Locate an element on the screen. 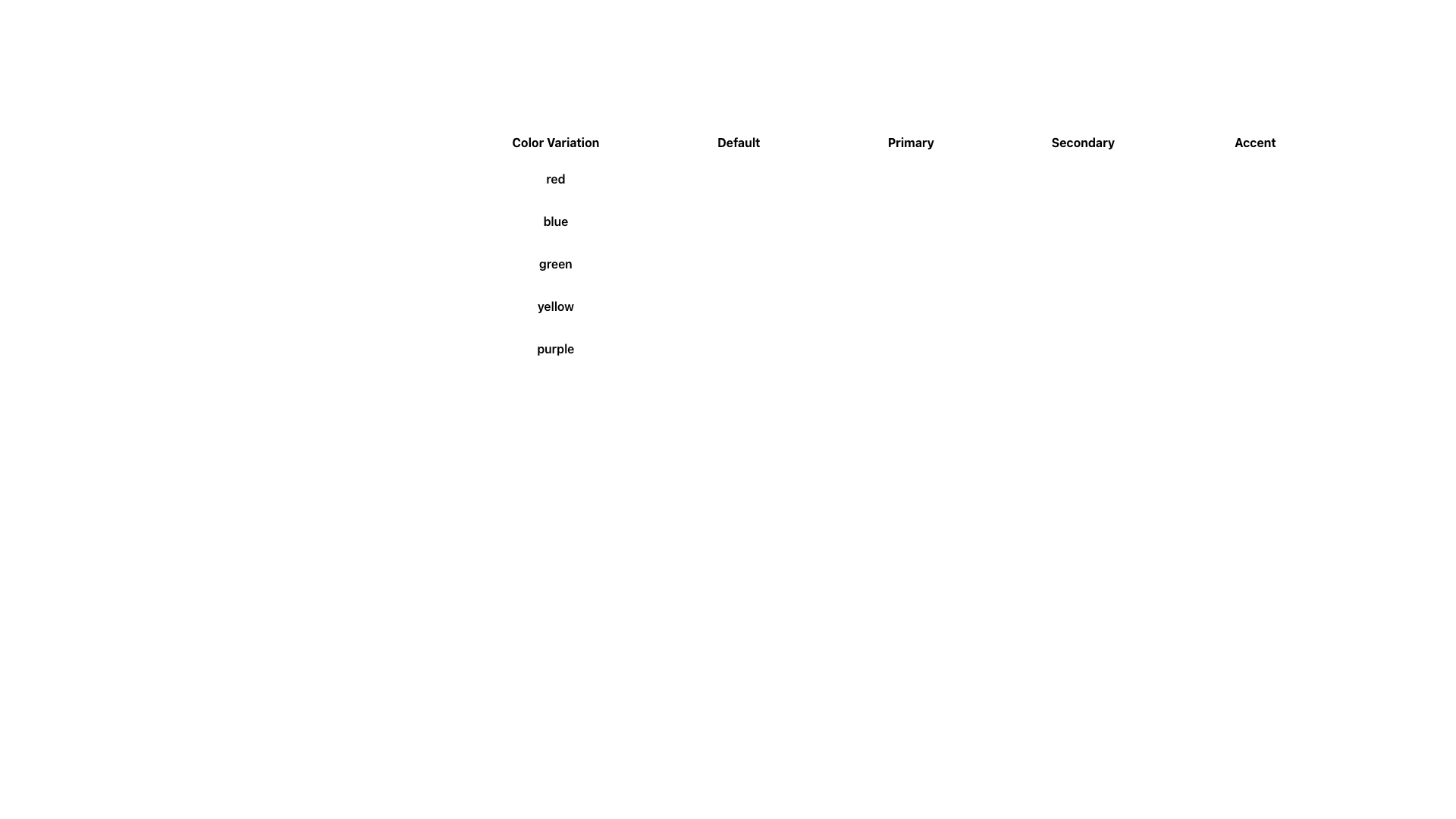 The image size is (1456, 819). the 'Default Purple' button located in the 'Color Variation' column under the 'Default' section is located at coordinates (739, 348).